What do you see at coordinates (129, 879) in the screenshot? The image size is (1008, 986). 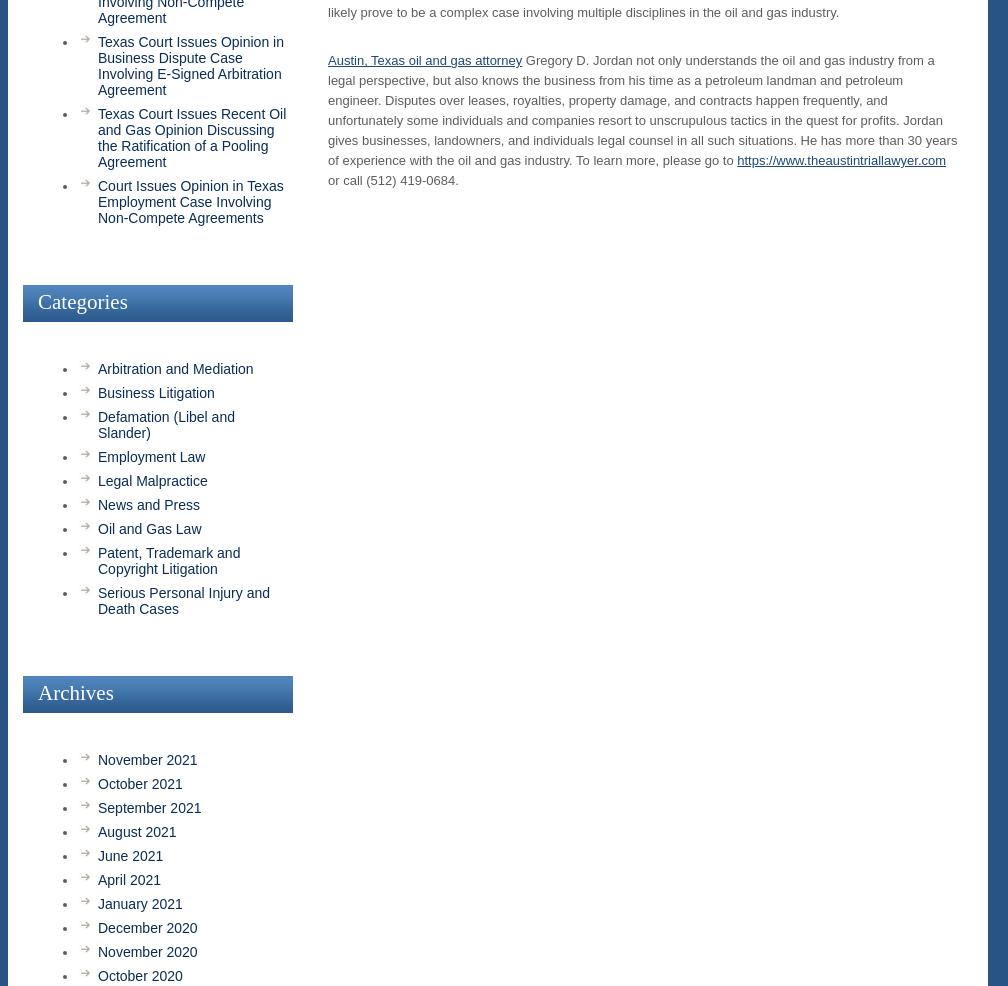 I see `'April 2021'` at bounding box center [129, 879].